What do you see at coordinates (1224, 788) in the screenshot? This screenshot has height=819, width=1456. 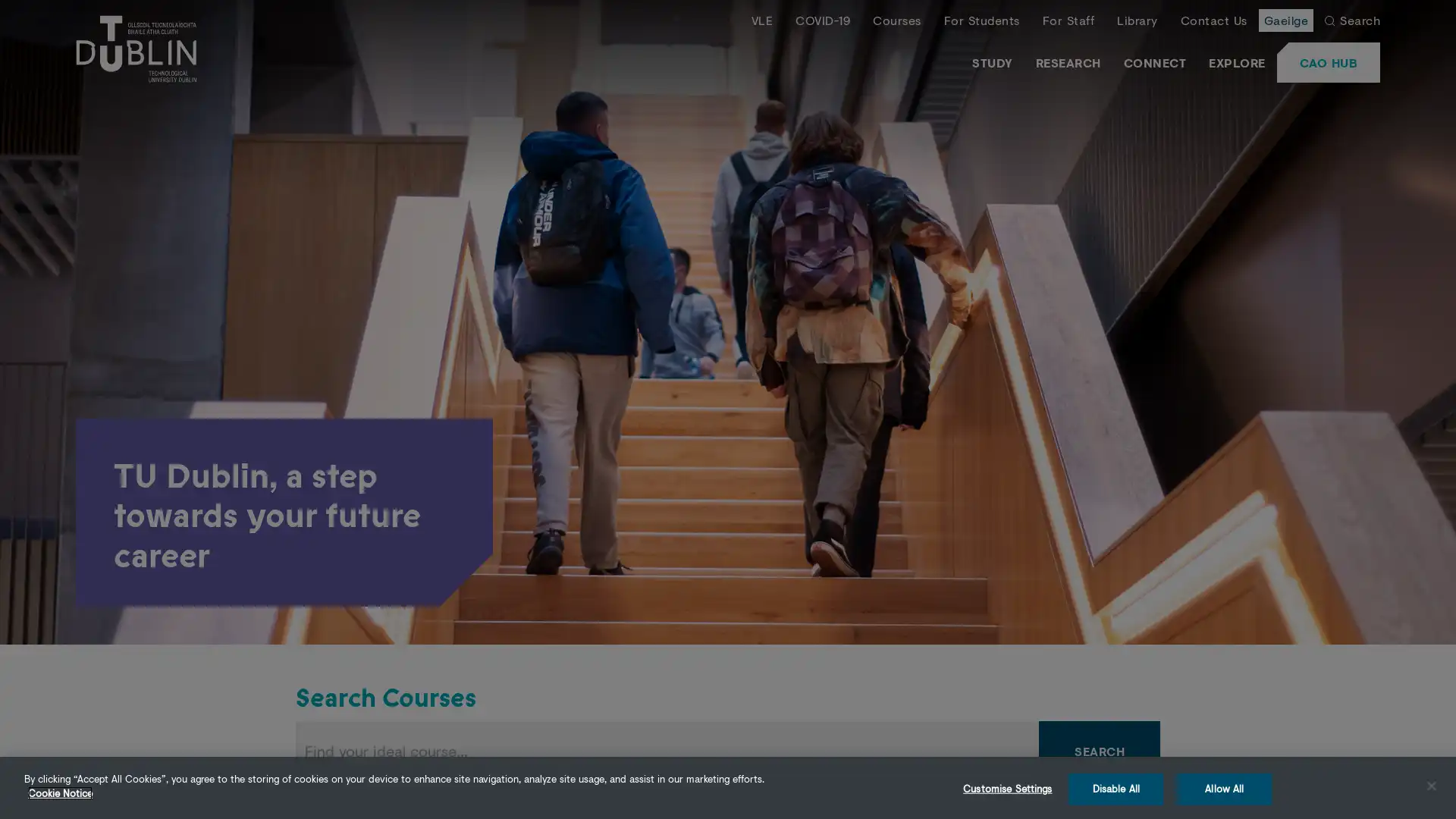 I see `Allow All` at bounding box center [1224, 788].